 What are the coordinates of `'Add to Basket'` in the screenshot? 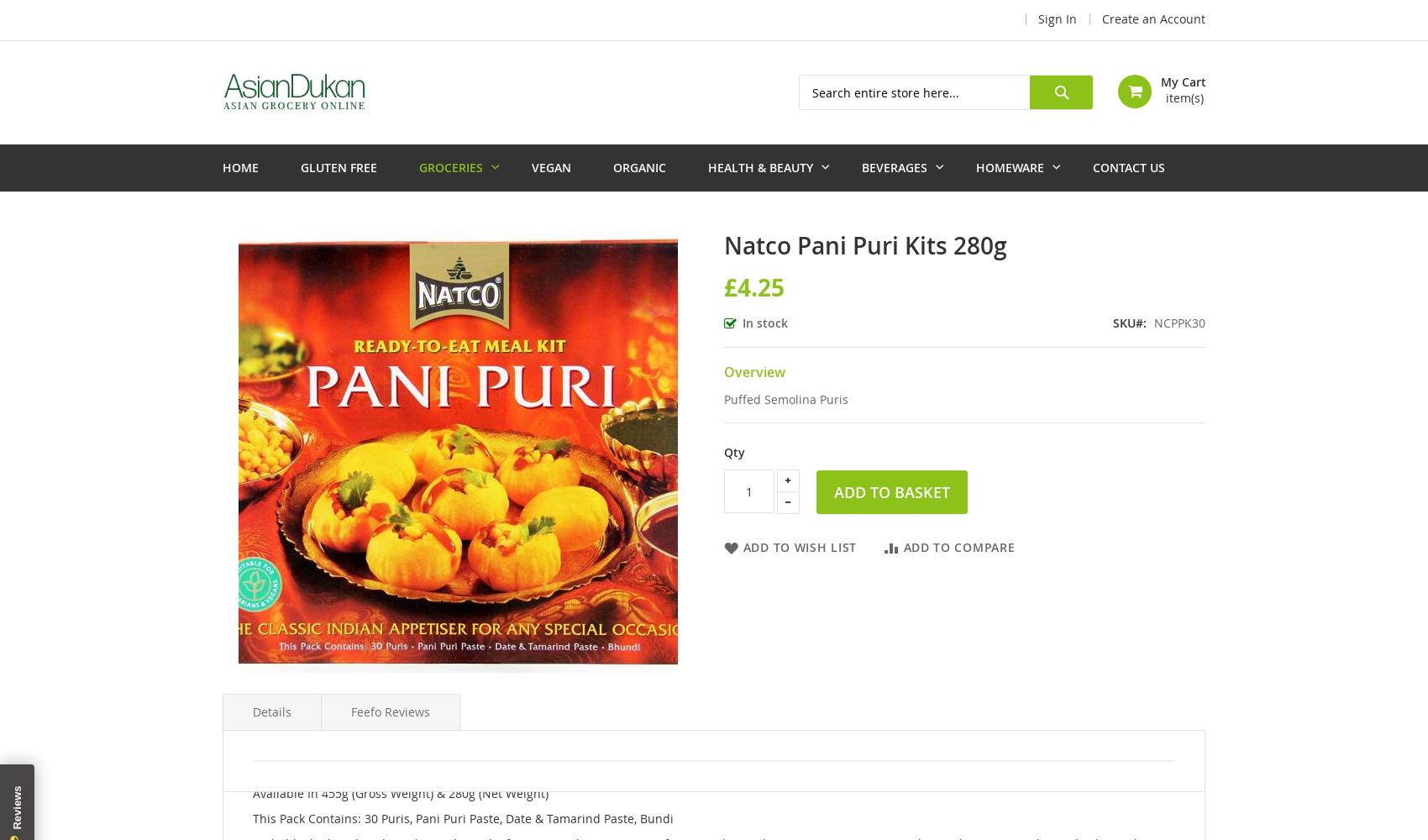 It's located at (832, 491).